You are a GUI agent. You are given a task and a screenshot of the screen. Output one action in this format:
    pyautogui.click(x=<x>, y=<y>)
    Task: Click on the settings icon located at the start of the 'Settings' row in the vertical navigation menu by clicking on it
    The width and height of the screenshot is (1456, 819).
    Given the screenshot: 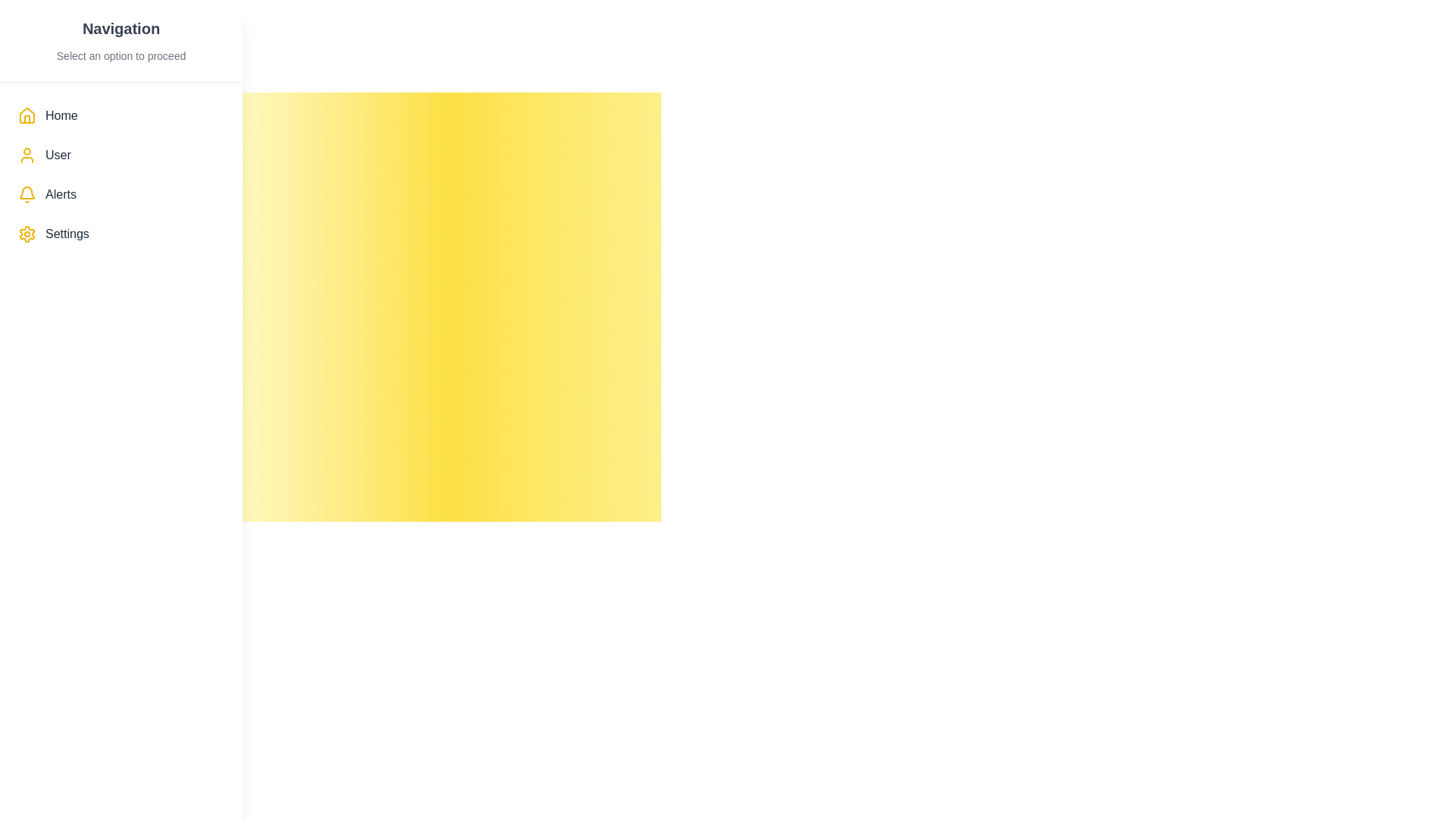 What is the action you would take?
    pyautogui.click(x=27, y=234)
    